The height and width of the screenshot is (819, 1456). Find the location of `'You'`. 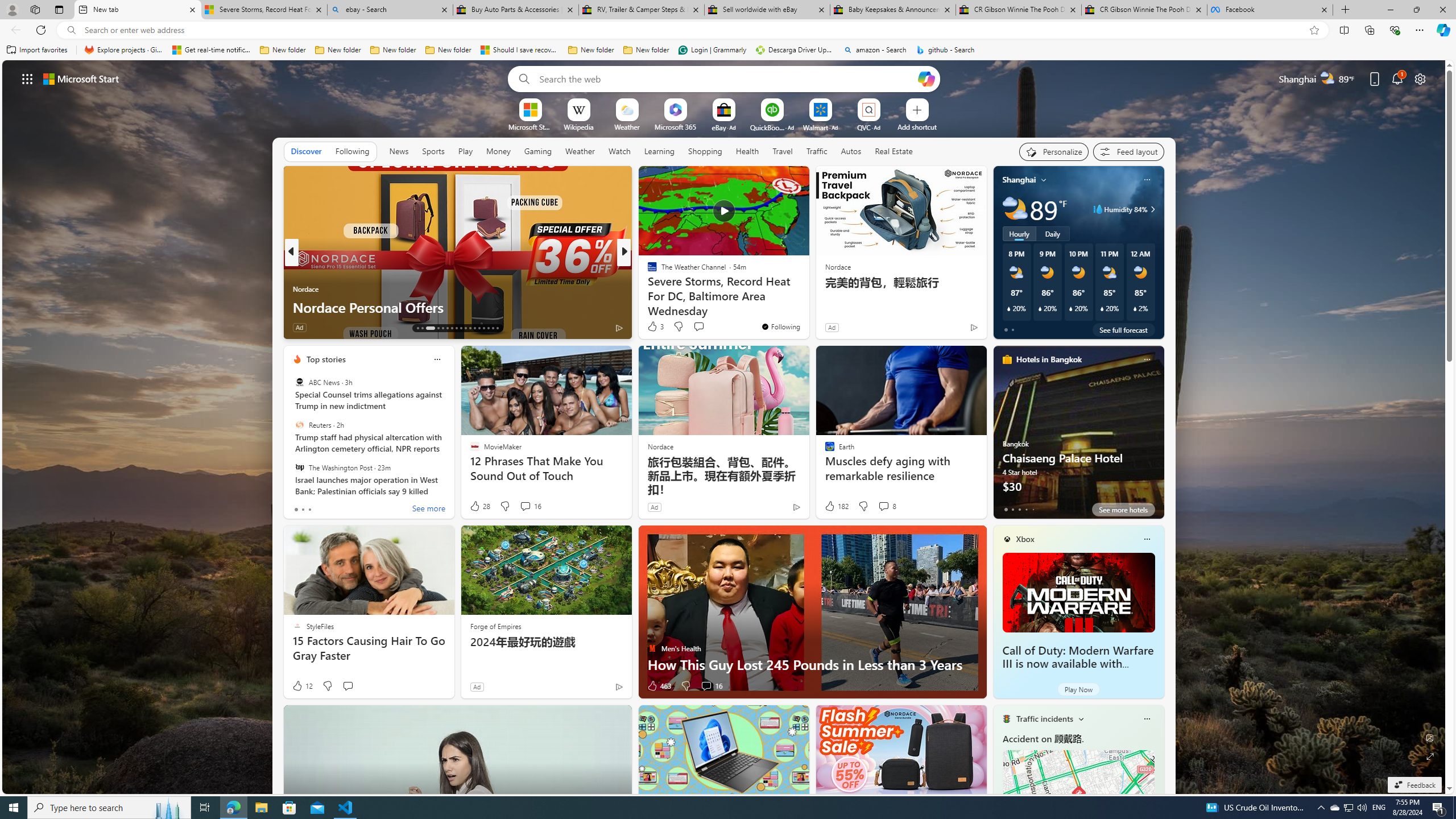

'You' is located at coordinates (780, 326).